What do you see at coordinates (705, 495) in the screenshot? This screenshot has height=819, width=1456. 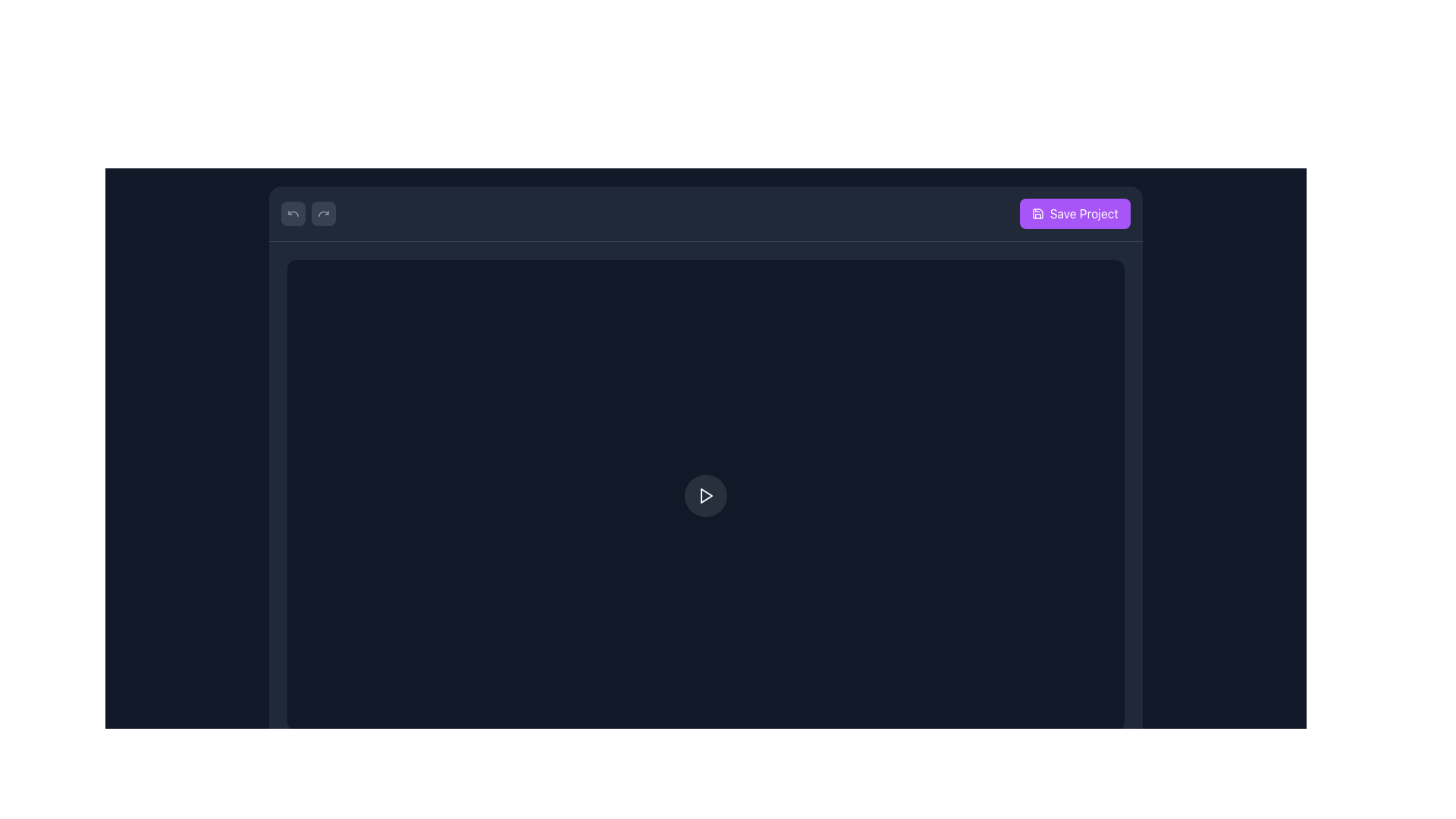 I see `the circular 'Play' button featuring a white triangular icon` at bounding box center [705, 495].